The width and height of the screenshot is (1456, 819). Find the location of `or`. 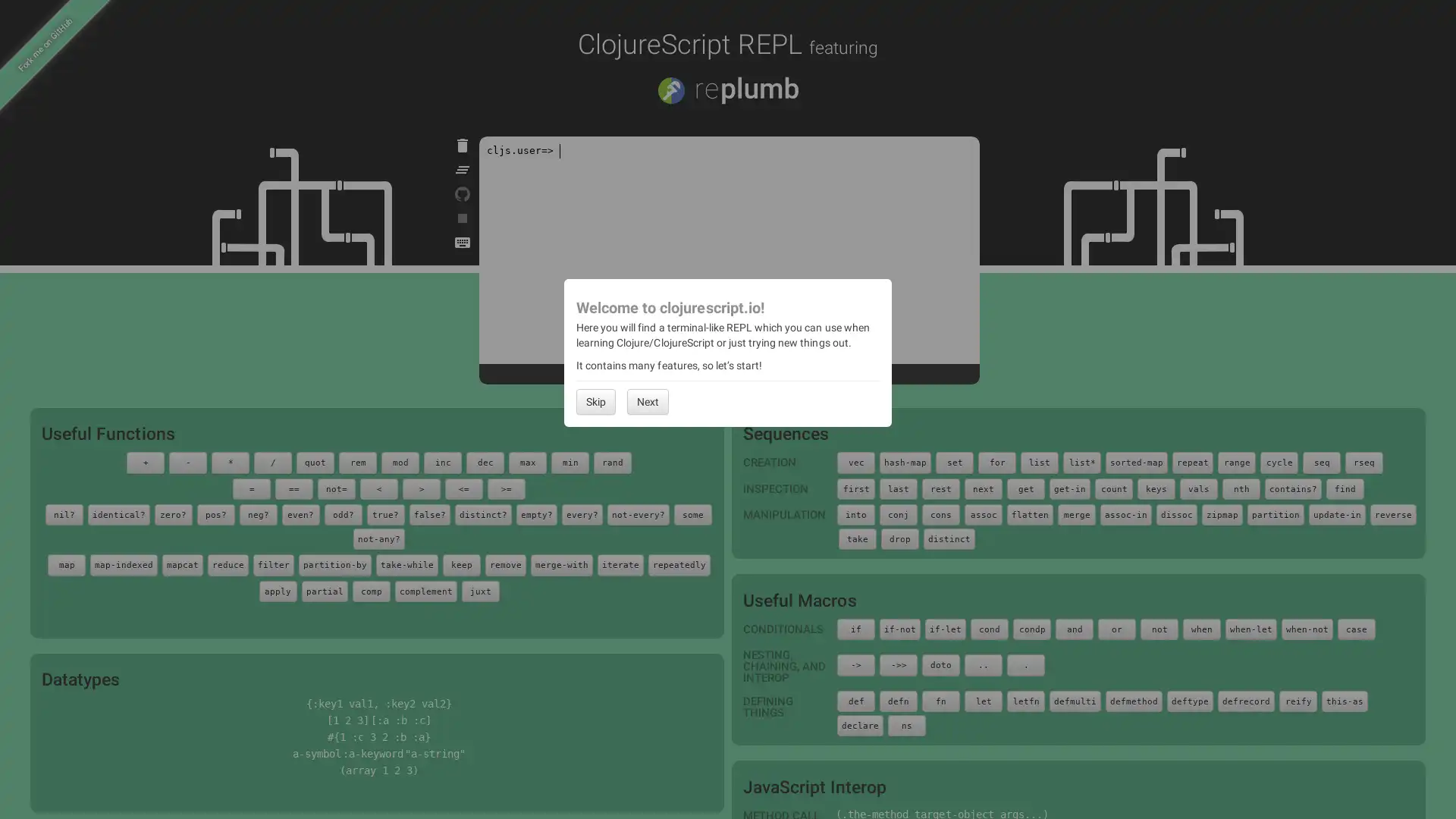

or is located at coordinates (1117, 629).